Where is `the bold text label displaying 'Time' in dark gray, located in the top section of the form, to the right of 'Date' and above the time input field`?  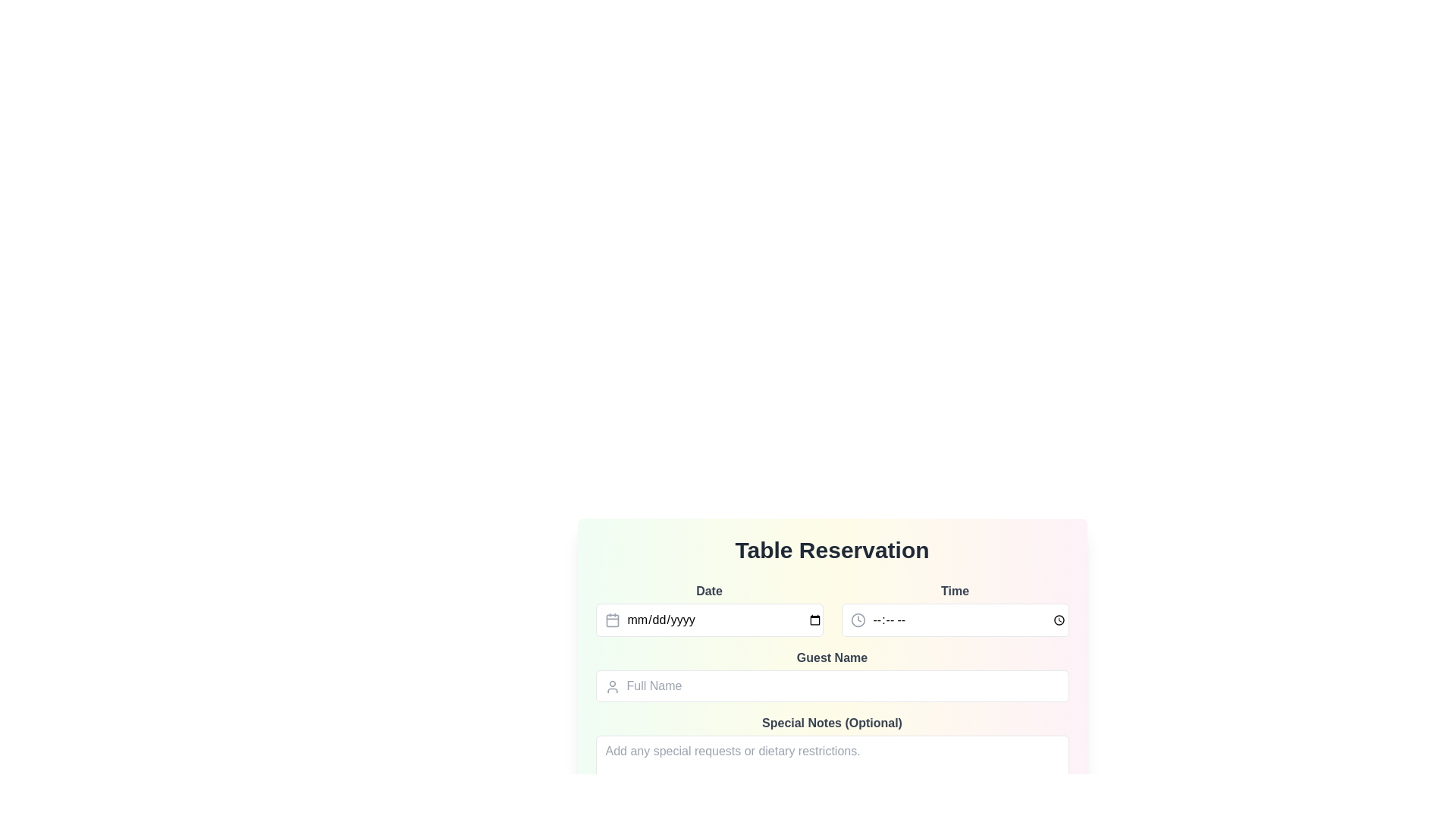
the bold text label displaying 'Time' in dark gray, located in the top section of the form, to the right of 'Date' and above the time input field is located at coordinates (954, 590).